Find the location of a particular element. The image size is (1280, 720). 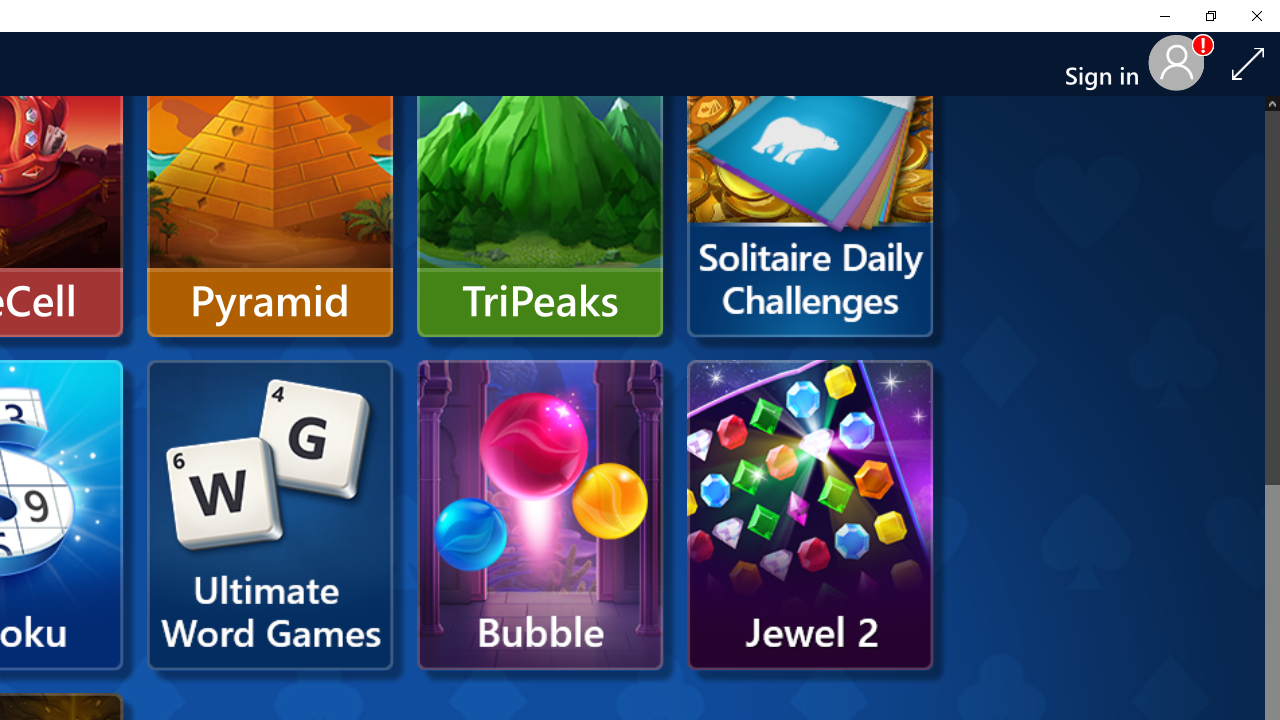

'Restore Solitaire & Casual Games' is located at coordinates (1209, 15).